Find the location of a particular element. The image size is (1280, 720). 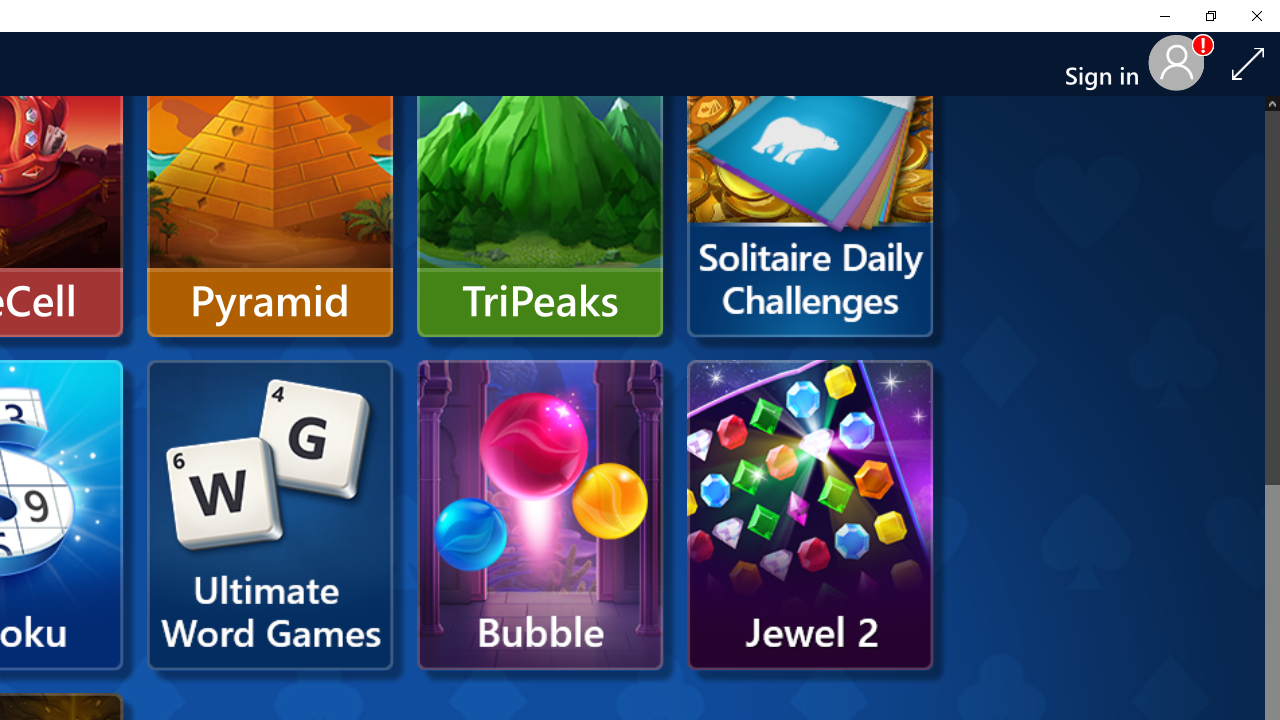

'Restore Solitaire & Casual Games' is located at coordinates (1209, 15).